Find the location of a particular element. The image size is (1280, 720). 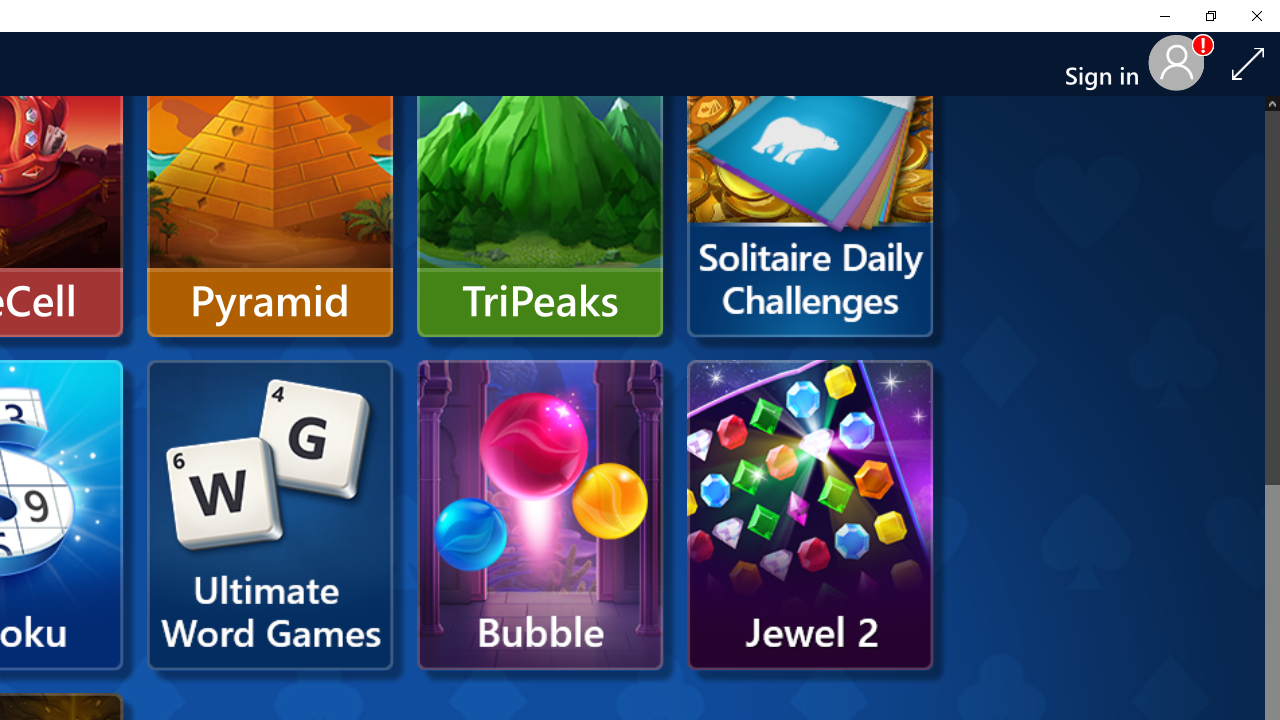

'Restore Solitaire & Casual Games' is located at coordinates (1209, 15).